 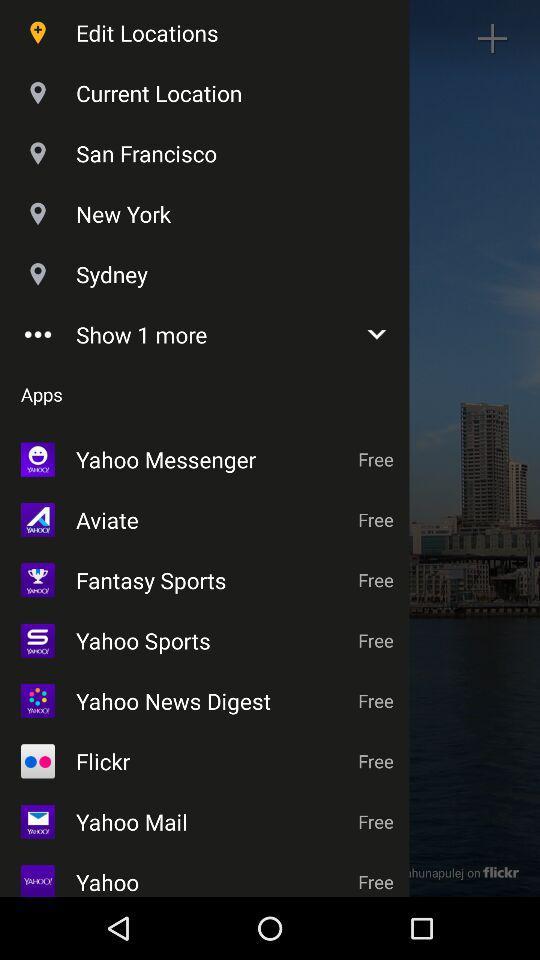 What do you see at coordinates (46, 41) in the screenshot?
I see `the location icon` at bounding box center [46, 41].